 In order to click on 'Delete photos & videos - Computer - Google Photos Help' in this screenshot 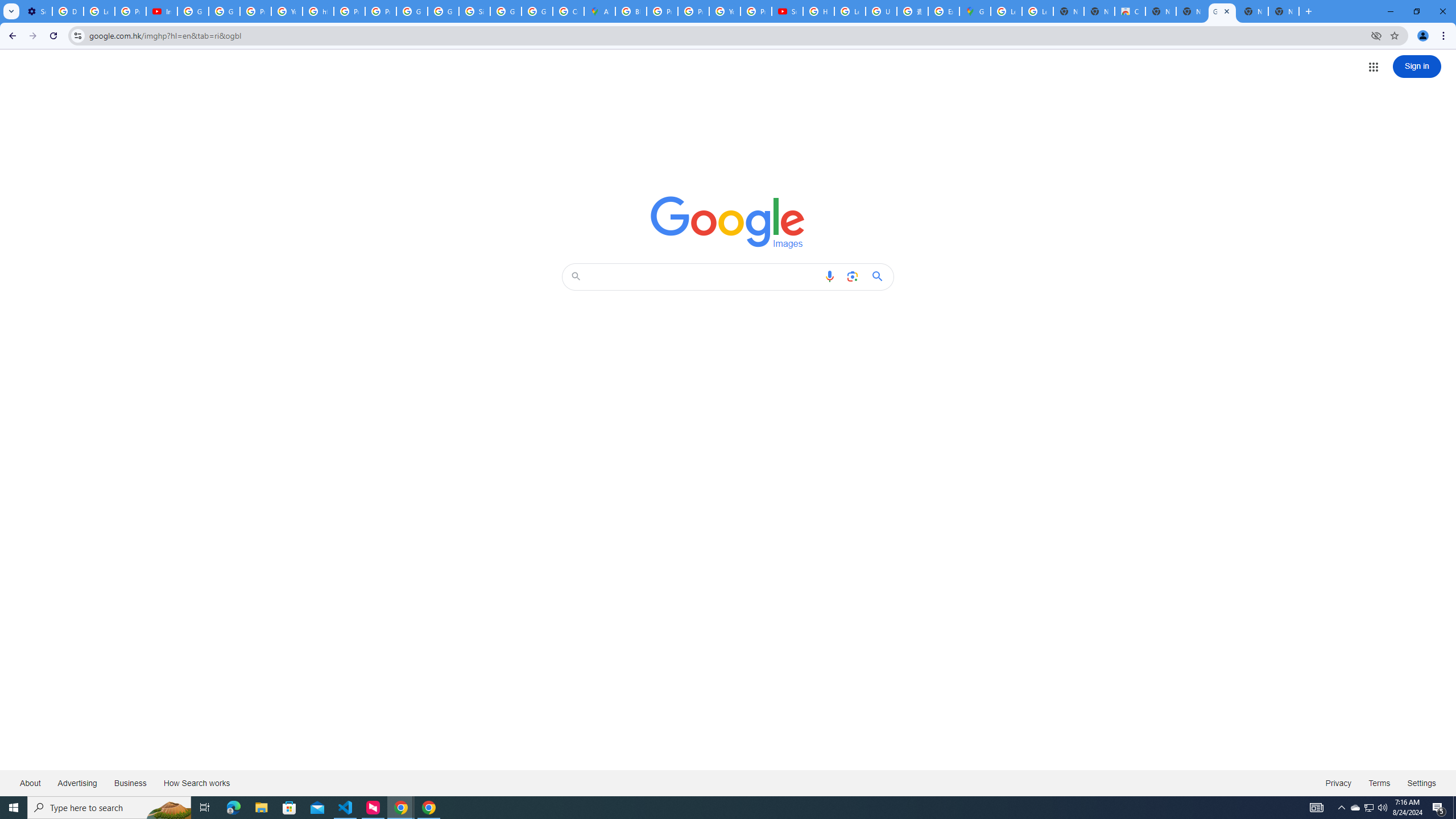, I will do `click(67, 11)`.